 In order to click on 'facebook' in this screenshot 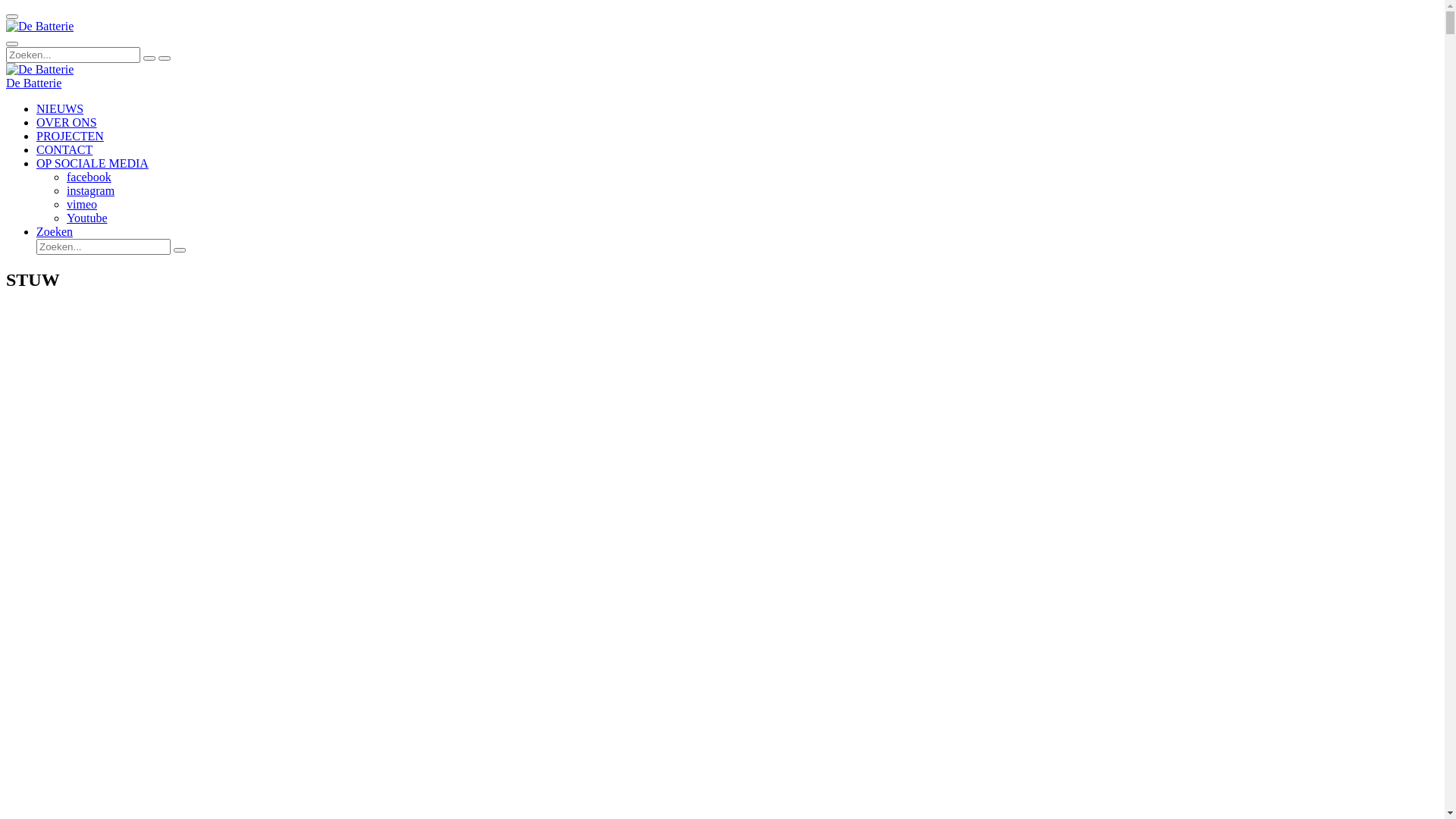, I will do `click(88, 176)`.